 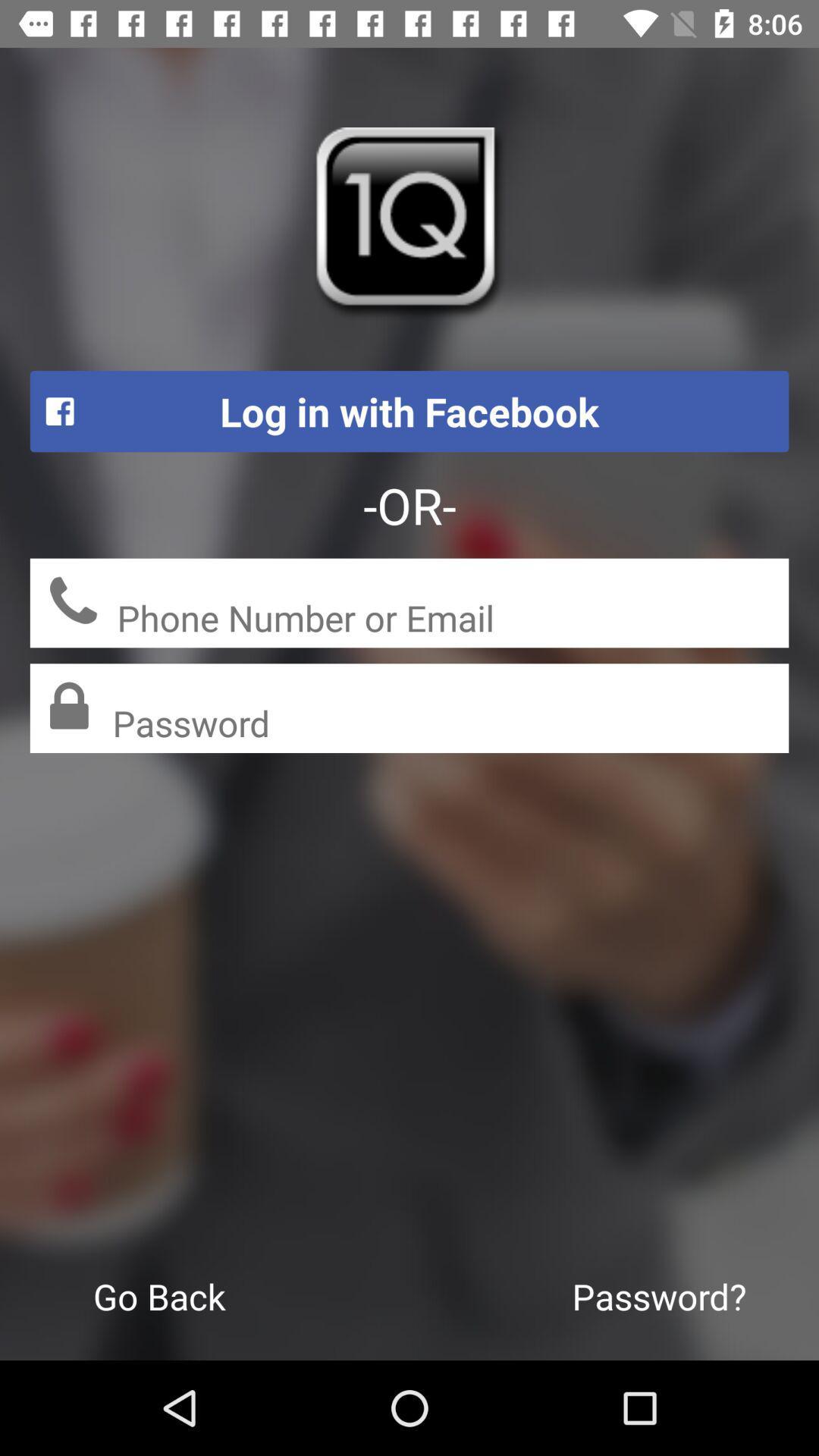 I want to click on password?, so click(x=658, y=1295).